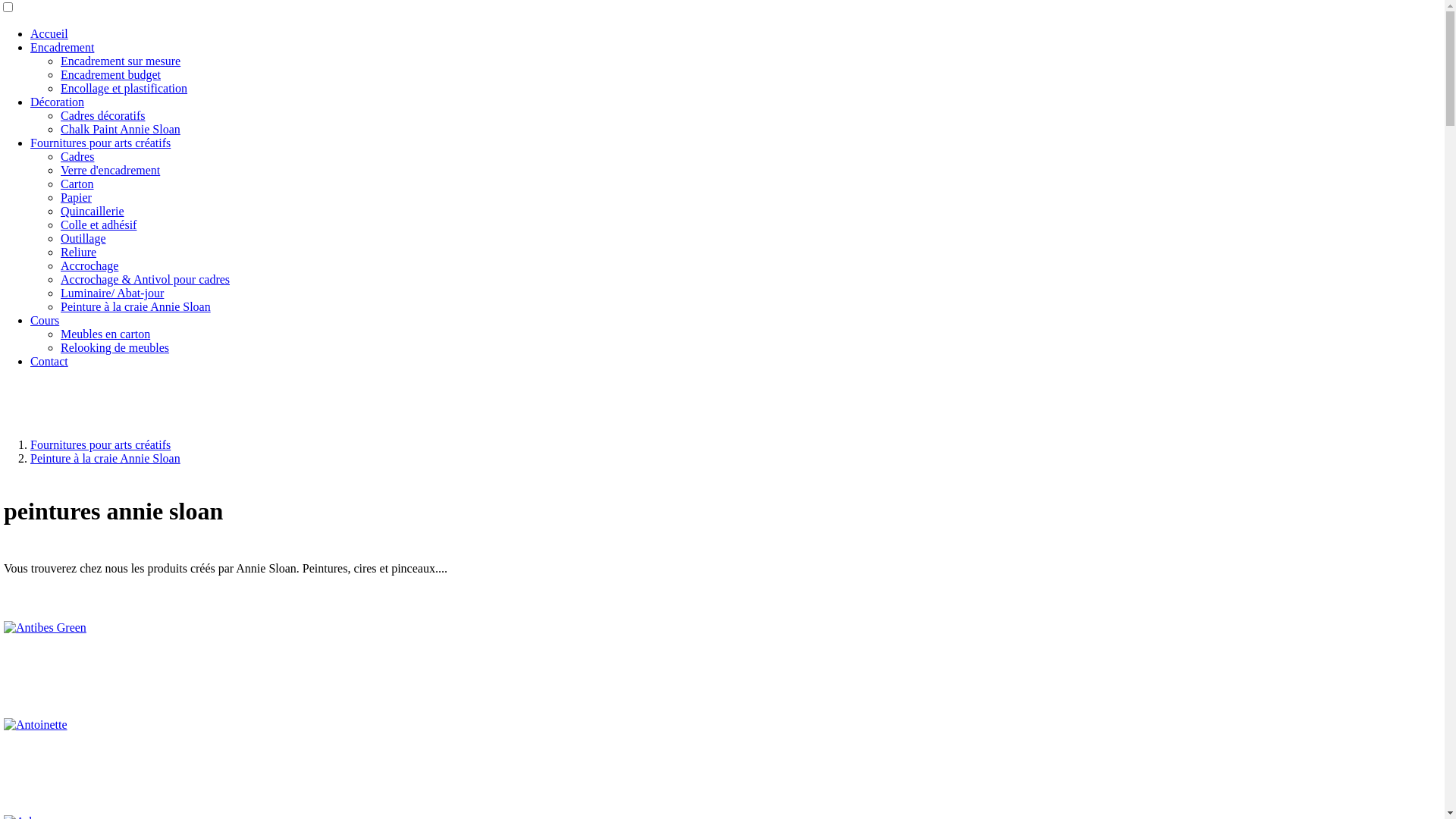 The width and height of the screenshot is (1456, 819). What do you see at coordinates (61, 183) in the screenshot?
I see `'Carton'` at bounding box center [61, 183].